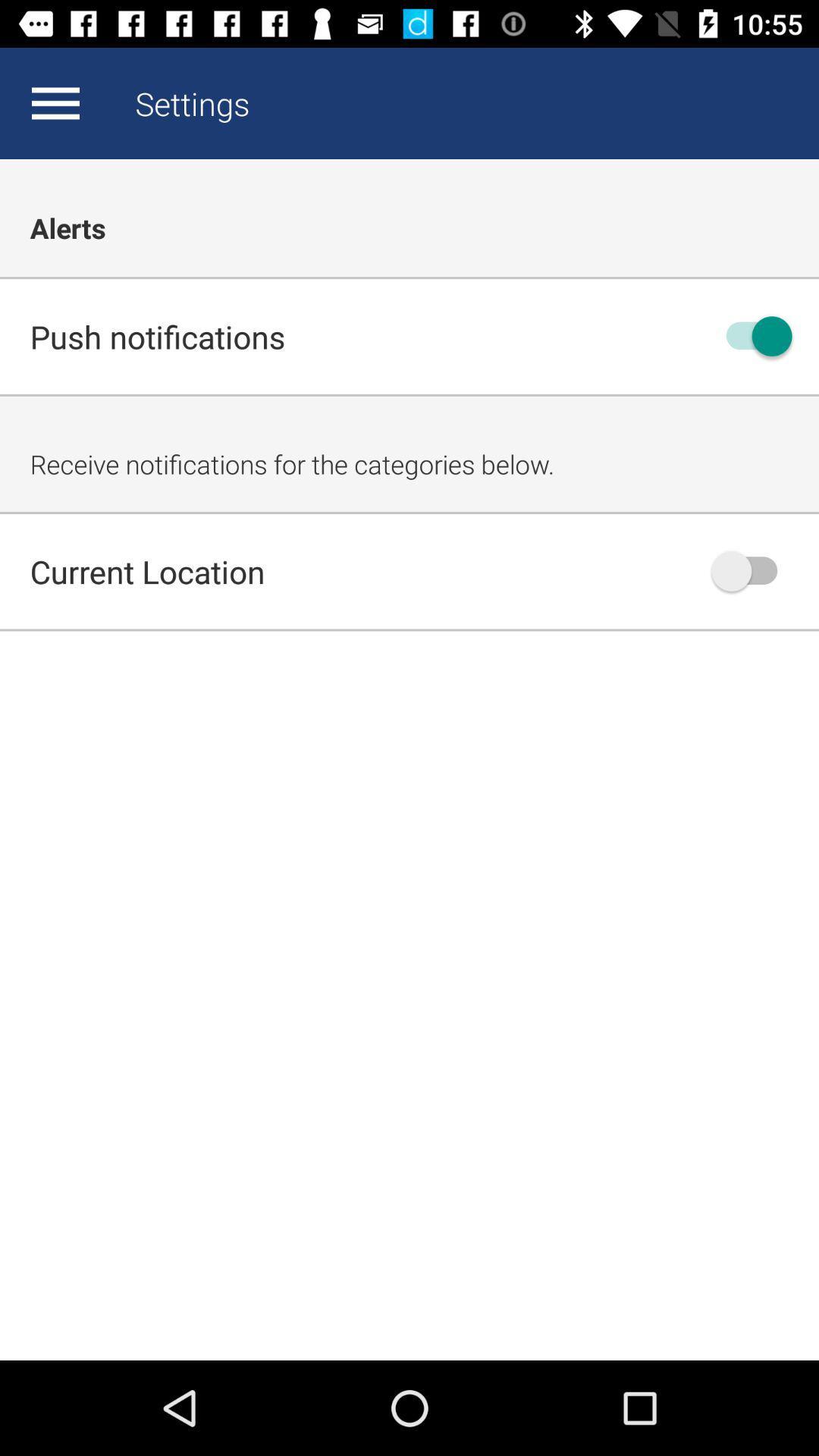  Describe the element at coordinates (752, 335) in the screenshot. I see `turn off push notifications` at that location.